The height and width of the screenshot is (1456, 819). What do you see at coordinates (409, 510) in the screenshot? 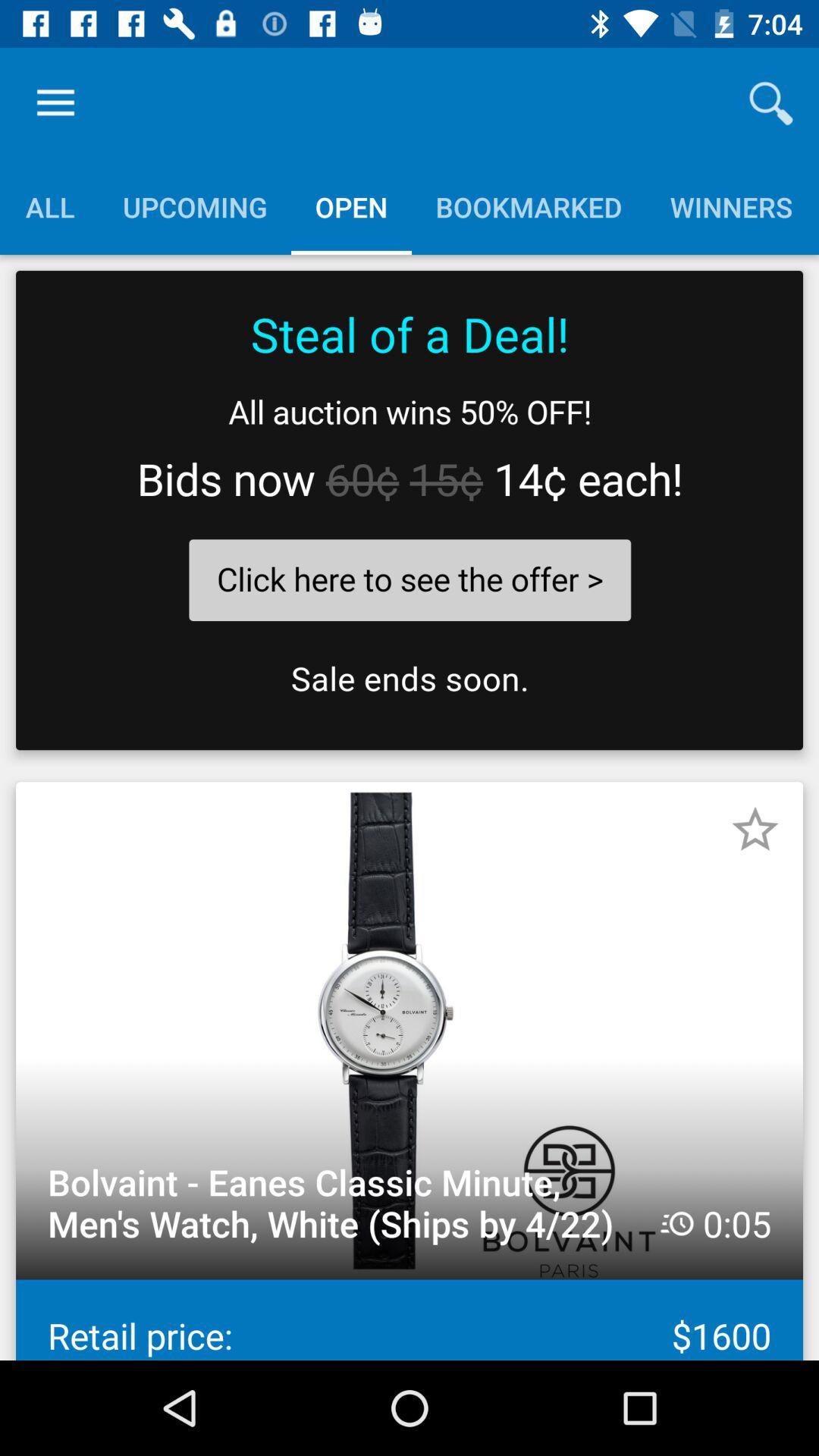
I see `the complete text which is in the black box` at bounding box center [409, 510].